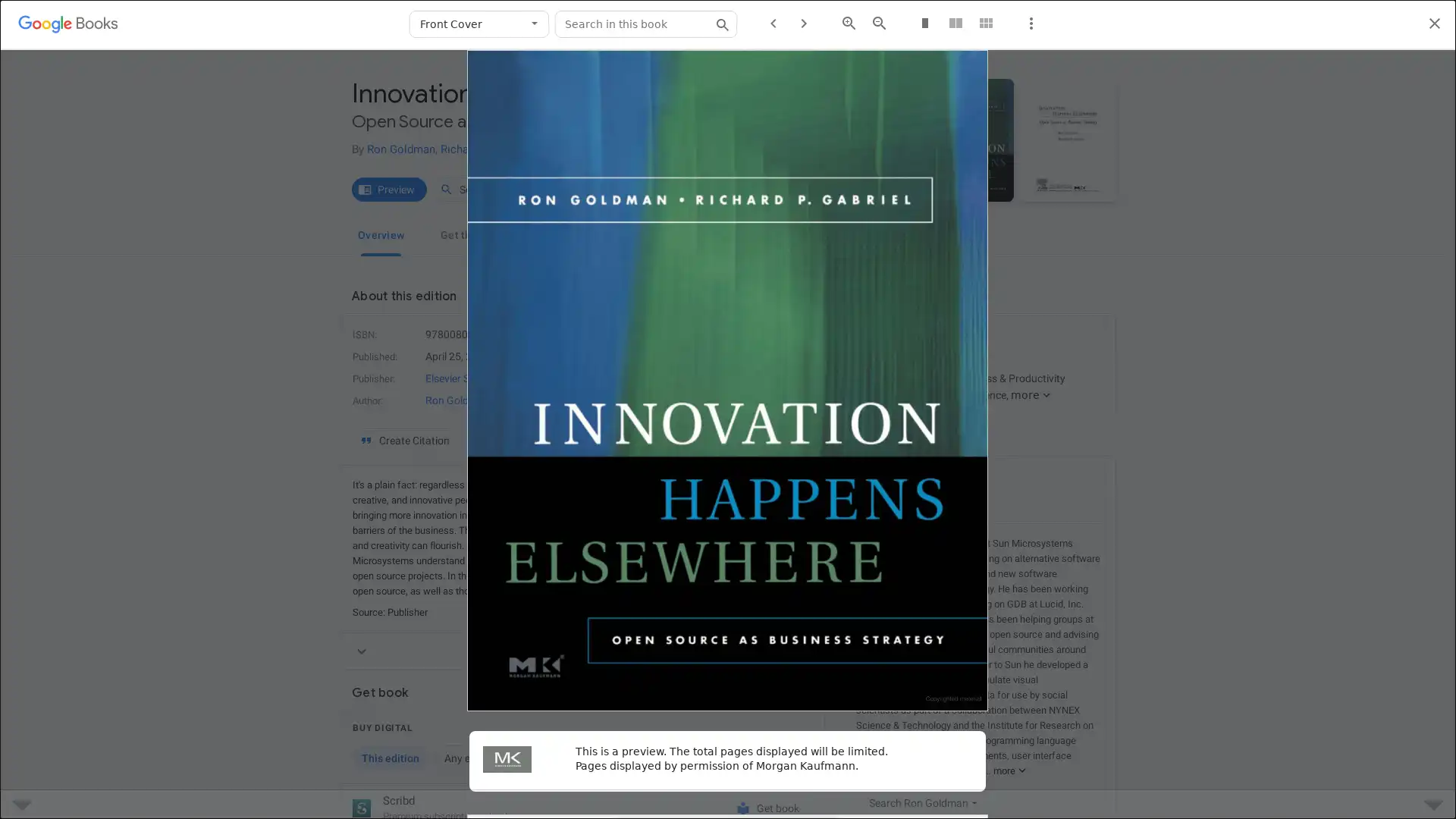 Image resolution: width=1456 pixels, height=819 pixels. I want to click on Google apps, so click(1340, 24).